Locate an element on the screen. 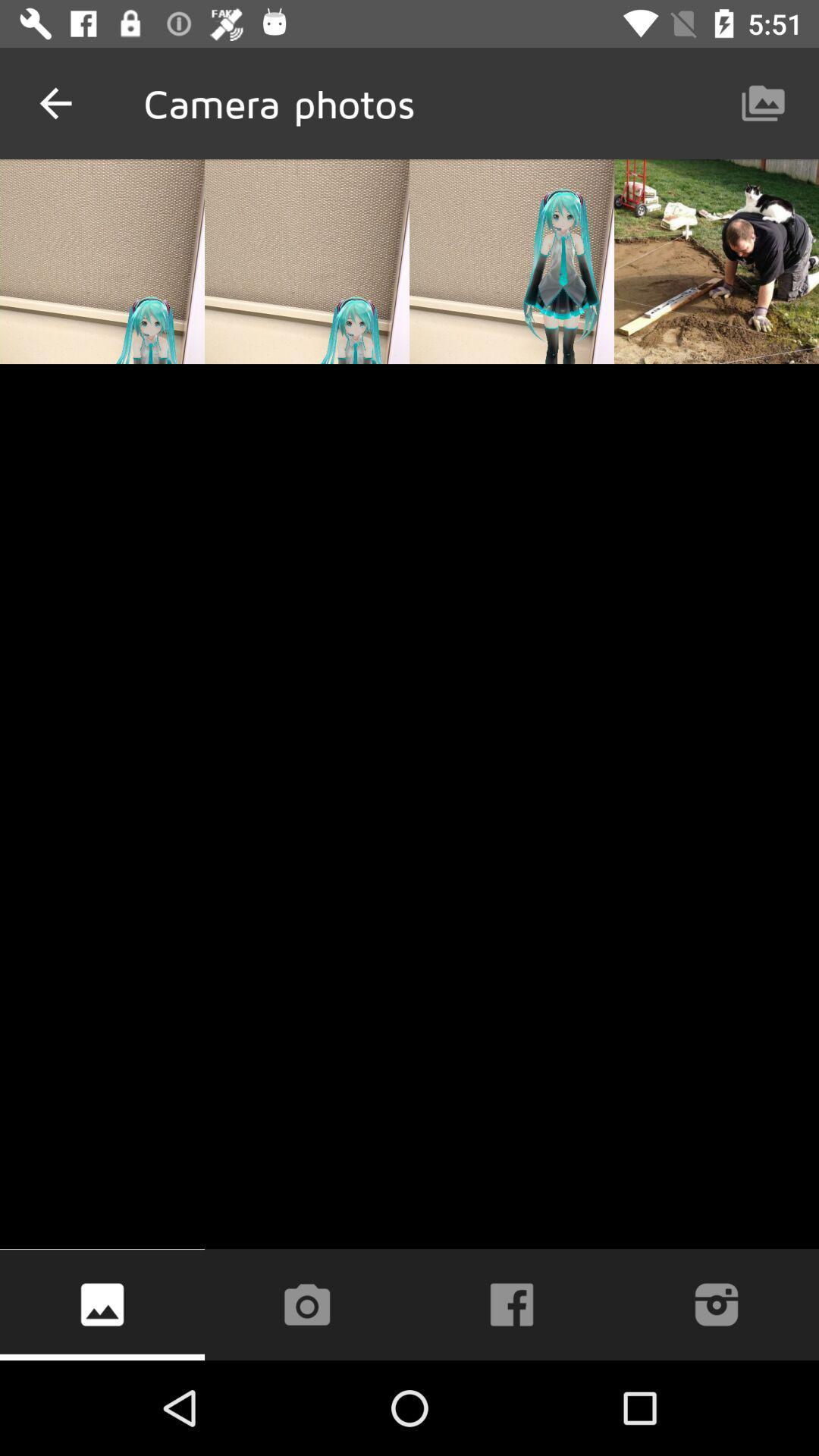 Image resolution: width=819 pixels, height=1456 pixels. the icon at the bottom left corner is located at coordinates (102, 1304).